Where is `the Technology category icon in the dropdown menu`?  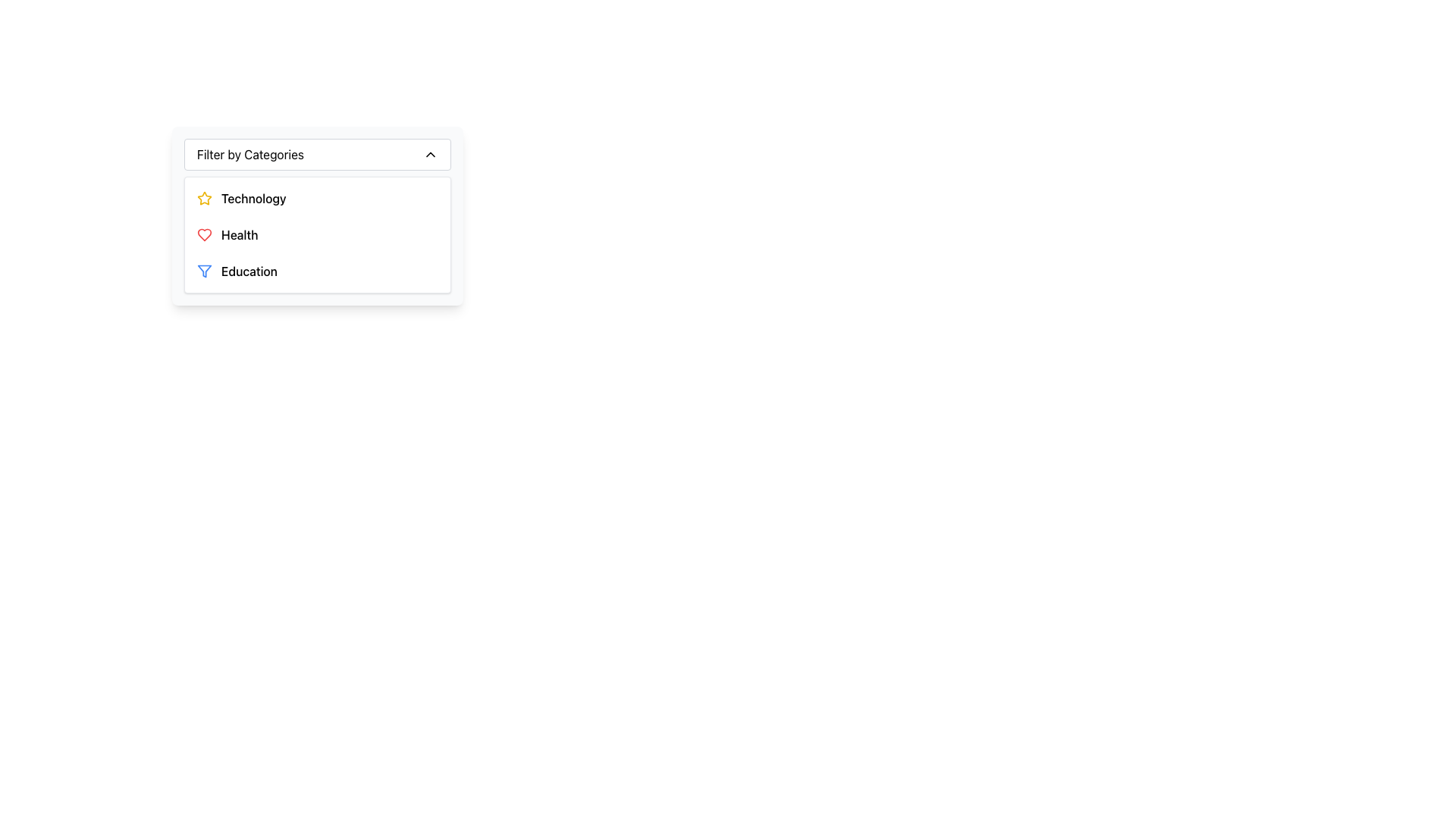 the Technology category icon in the dropdown menu is located at coordinates (203, 198).